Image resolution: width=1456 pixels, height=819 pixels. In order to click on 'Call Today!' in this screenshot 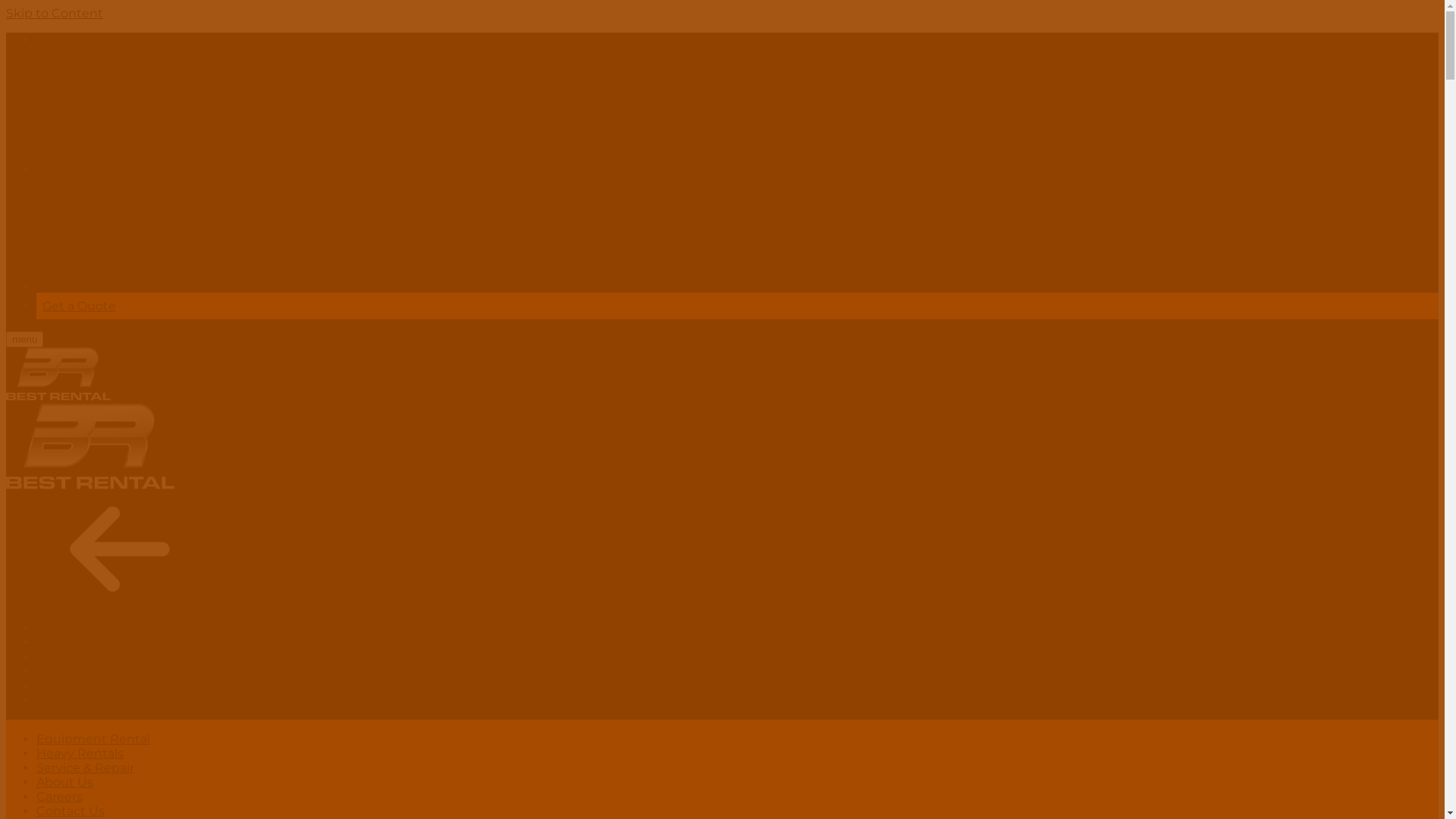, I will do `click(67, 39)`.